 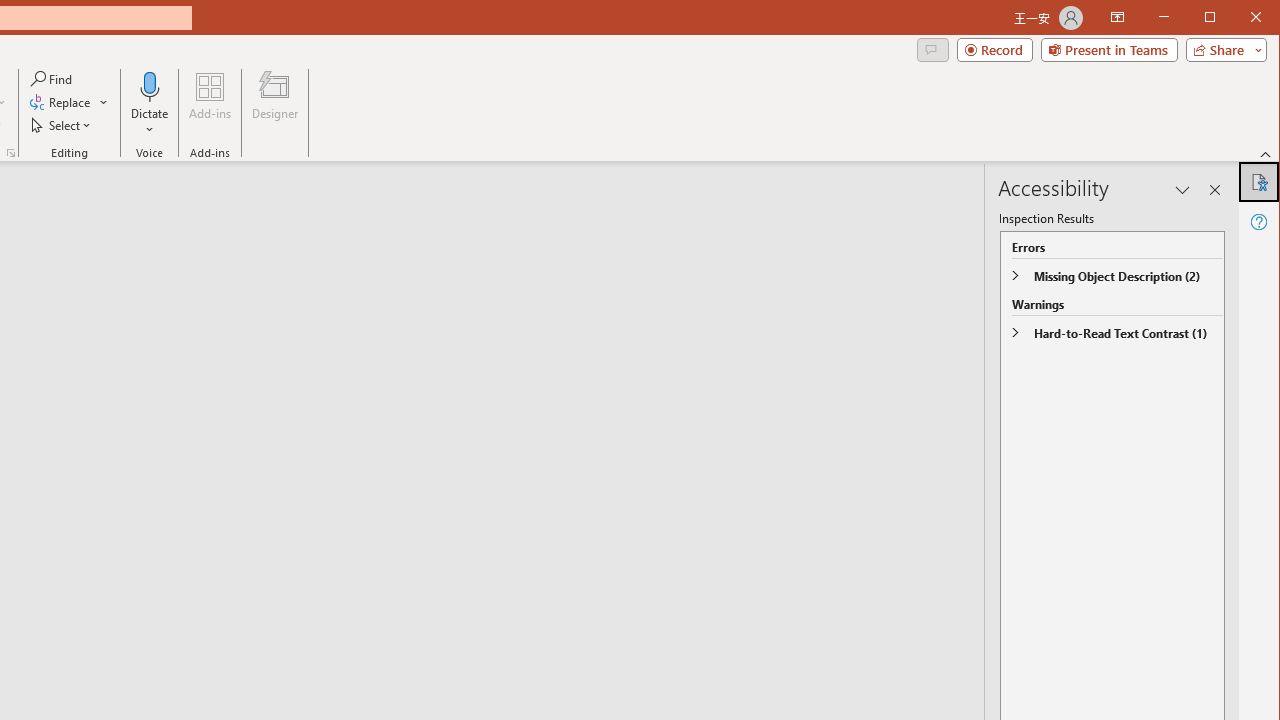 I want to click on 'Replace...', so click(x=62, y=102).